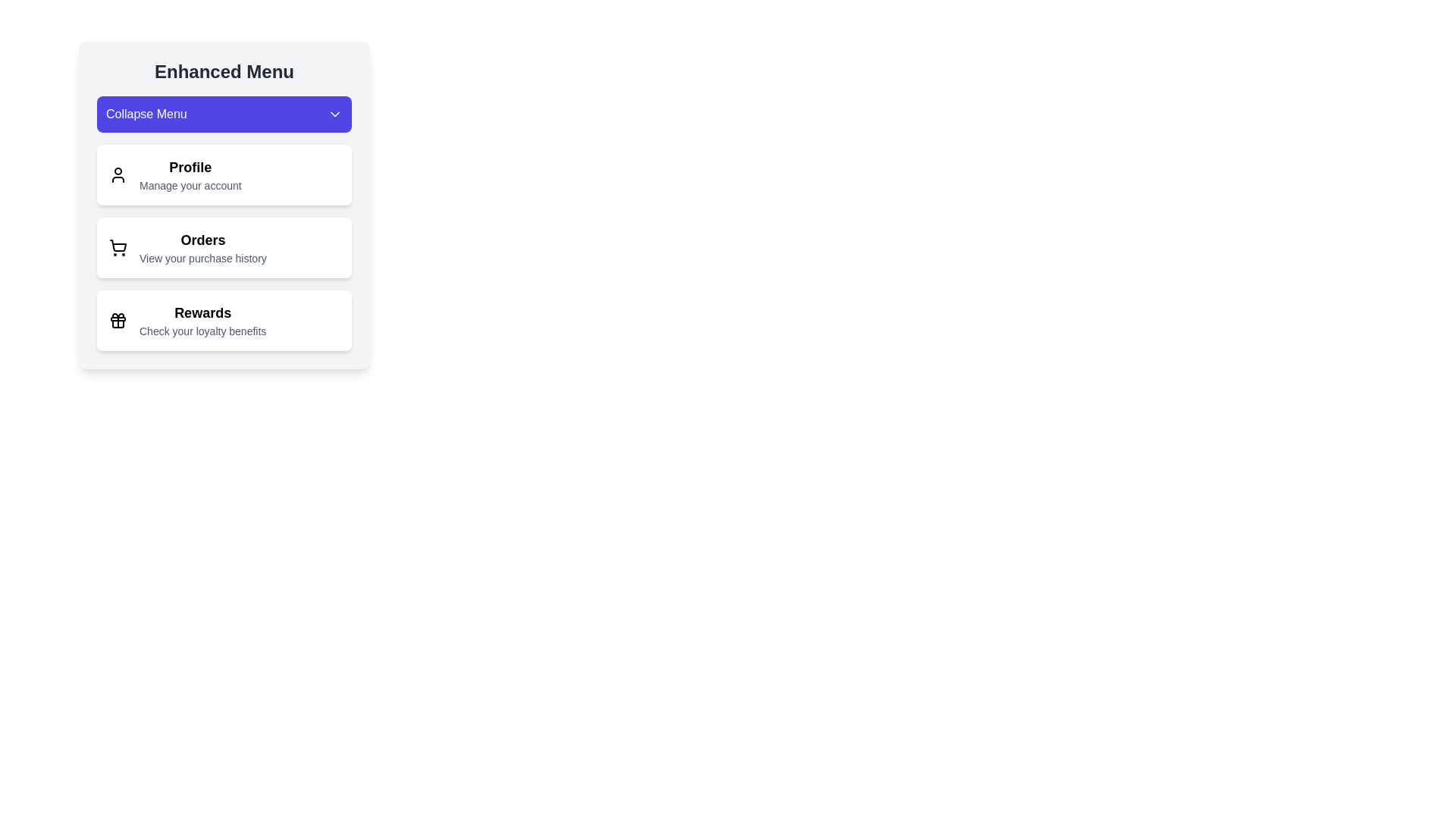 The image size is (1456, 819). I want to click on the downward-pointing chevron icon located at the right end of the 'Collapse Menu' button, so click(334, 113).